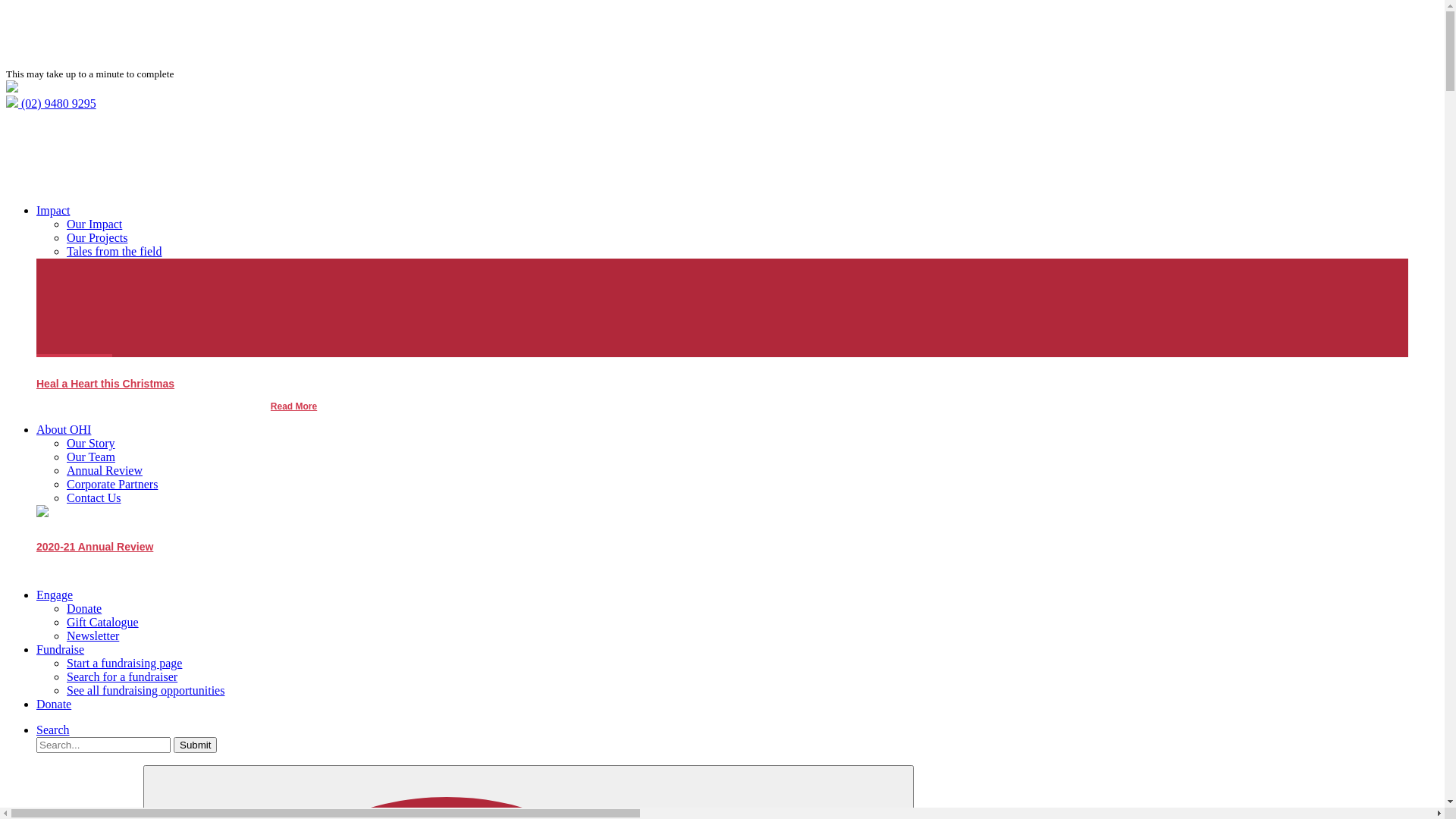 The image size is (1456, 819). I want to click on 'Gift Catalogue', so click(102, 622).